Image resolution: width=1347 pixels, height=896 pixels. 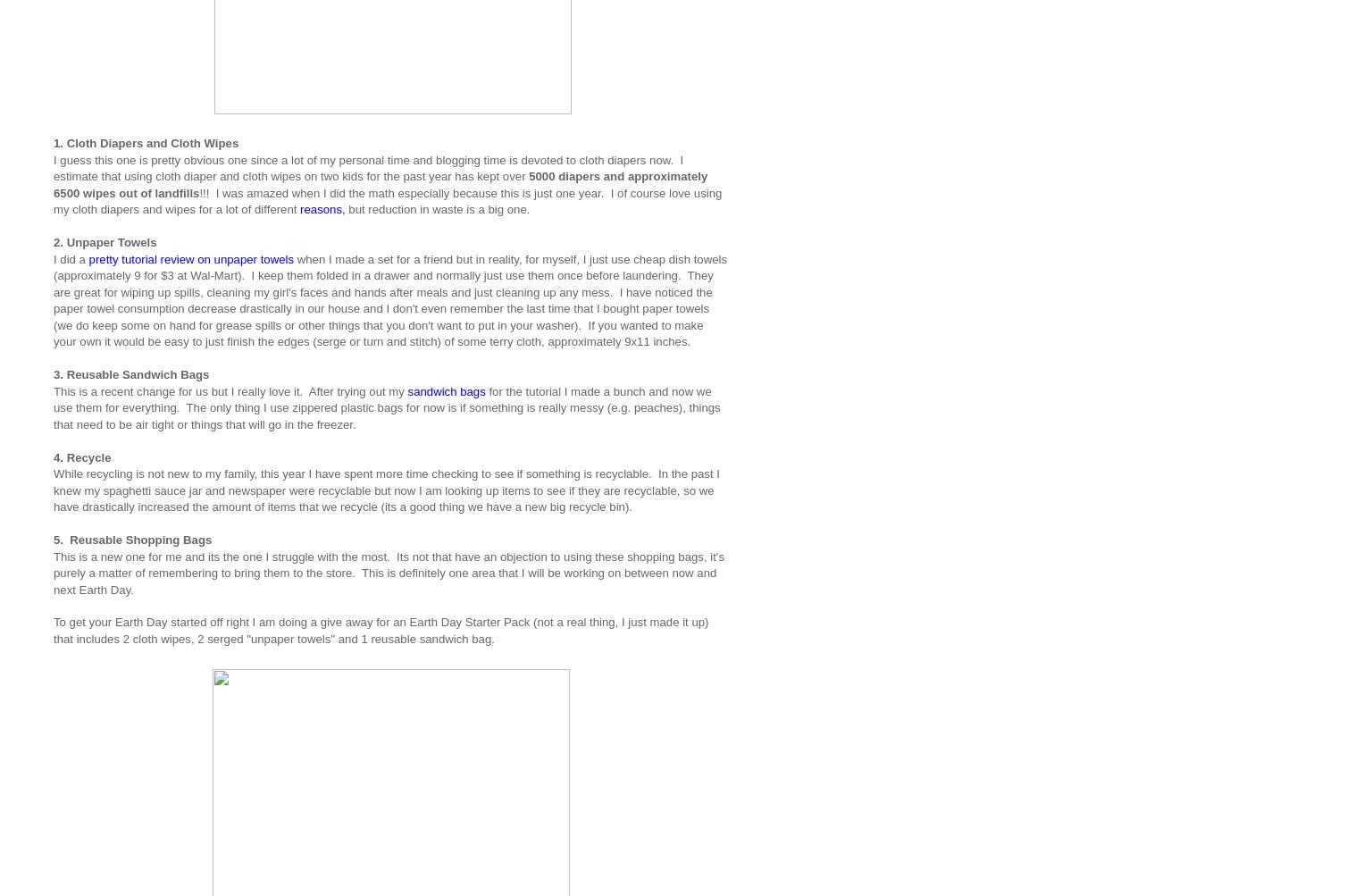 I want to click on 'when I made a set for a friend but in reality, for myself, I just use cheap dish towels (approximately 9 for $3 at Wal-Mart).  I keep them folded in a drawer and normally just use them once before laundering.  They are great for wiping up spills, cleaning my girl's faces and hands after meals and just cleaning up any mess.  I have noticed the paper towel consumption decrease drastically in our house and I don't even remember the last time that I bought paper towels (we do keep some on hand for grease spills or other things that you don't want to put in your washer).  If you wanted to make your own it would be easy to just finish the edges (serge or turn and stitch) of some terry cloth, approximately 9x11 inches.', so click(x=390, y=299).